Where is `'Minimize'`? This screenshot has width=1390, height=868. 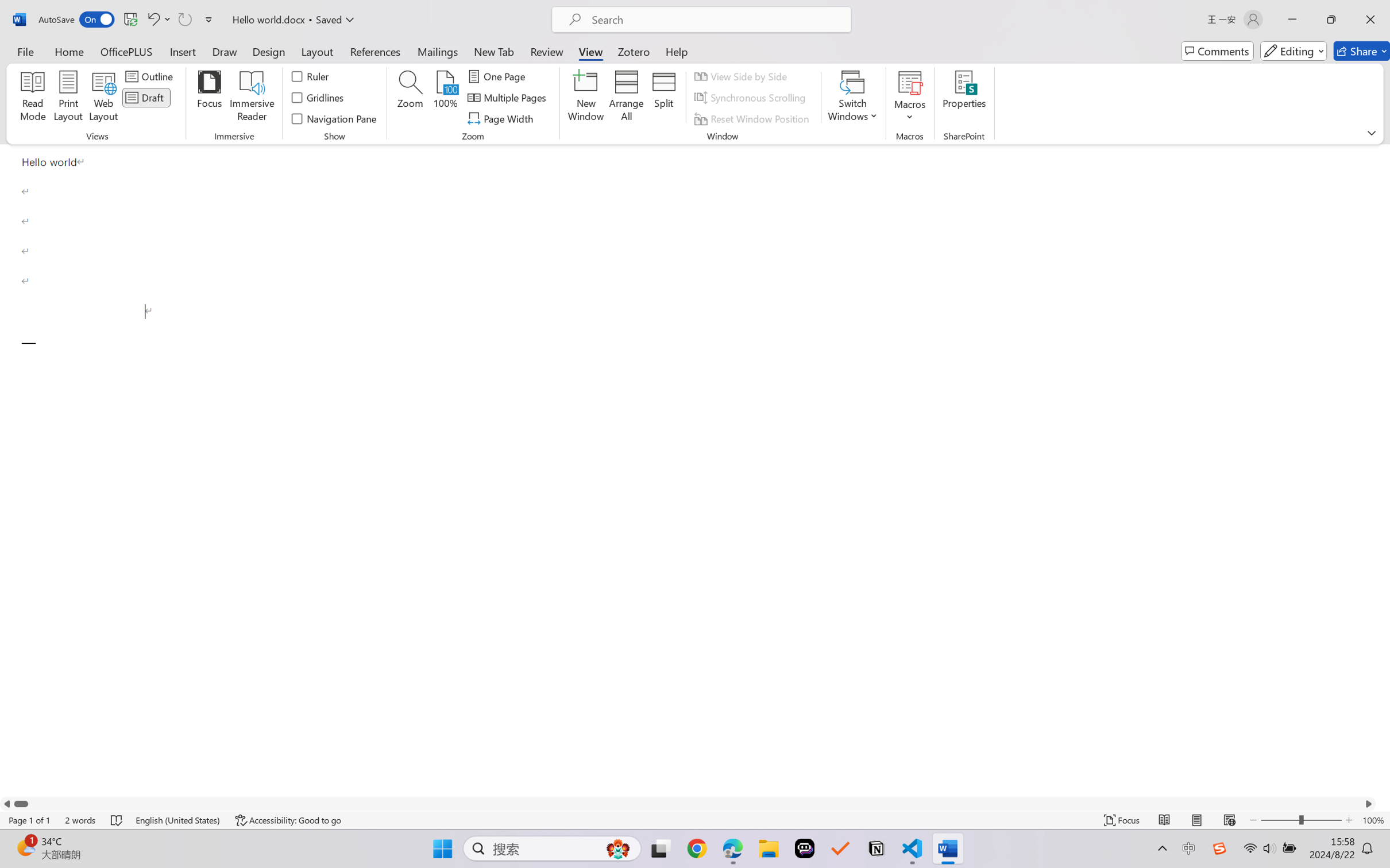
'Minimize' is located at coordinates (1292, 19).